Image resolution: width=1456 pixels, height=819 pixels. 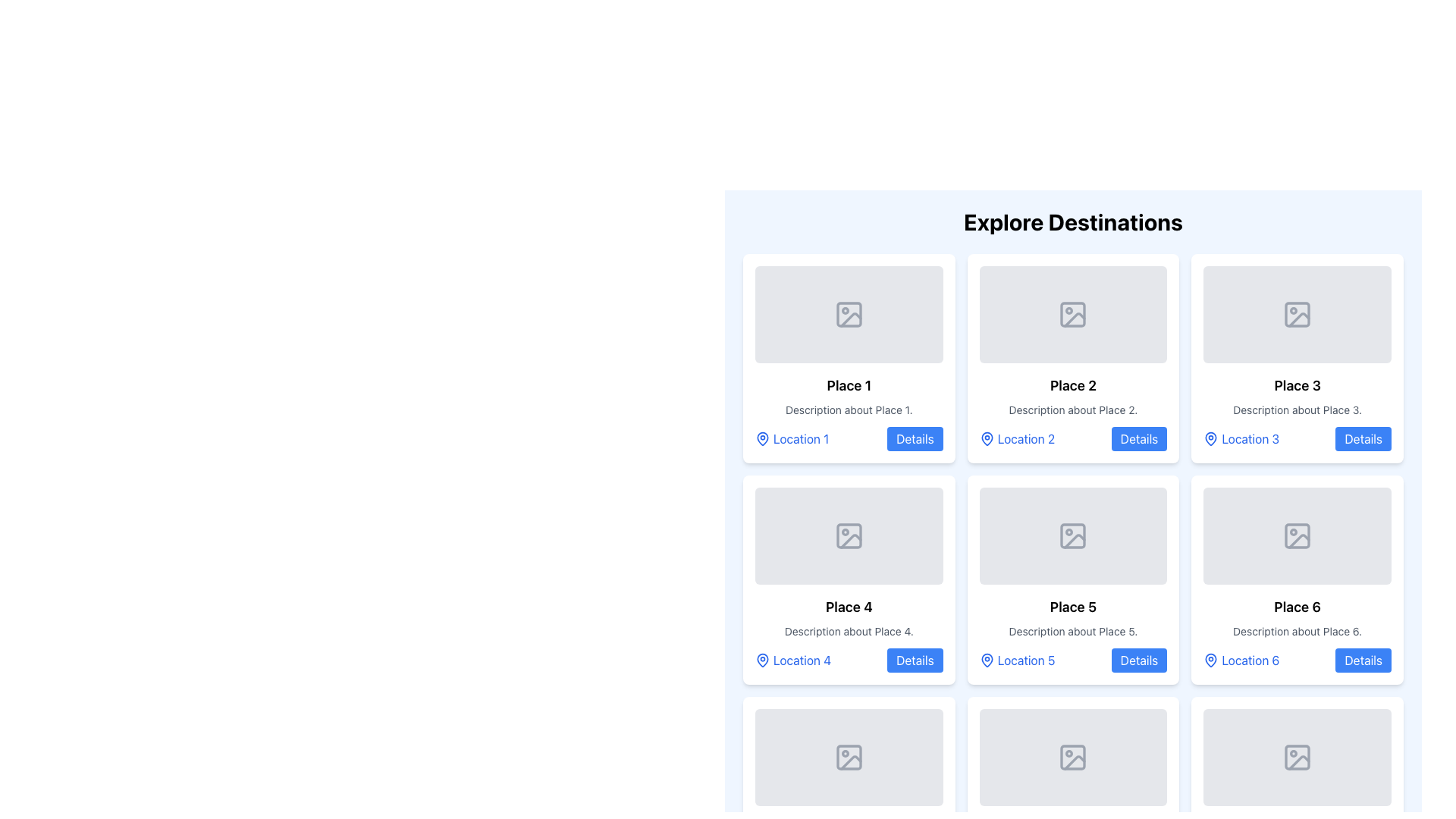 What do you see at coordinates (763, 660) in the screenshot?
I see `the blue outlined map pin icon representing 'Location 4' located in the bottom-left corner of the card for 'Place 4'` at bounding box center [763, 660].